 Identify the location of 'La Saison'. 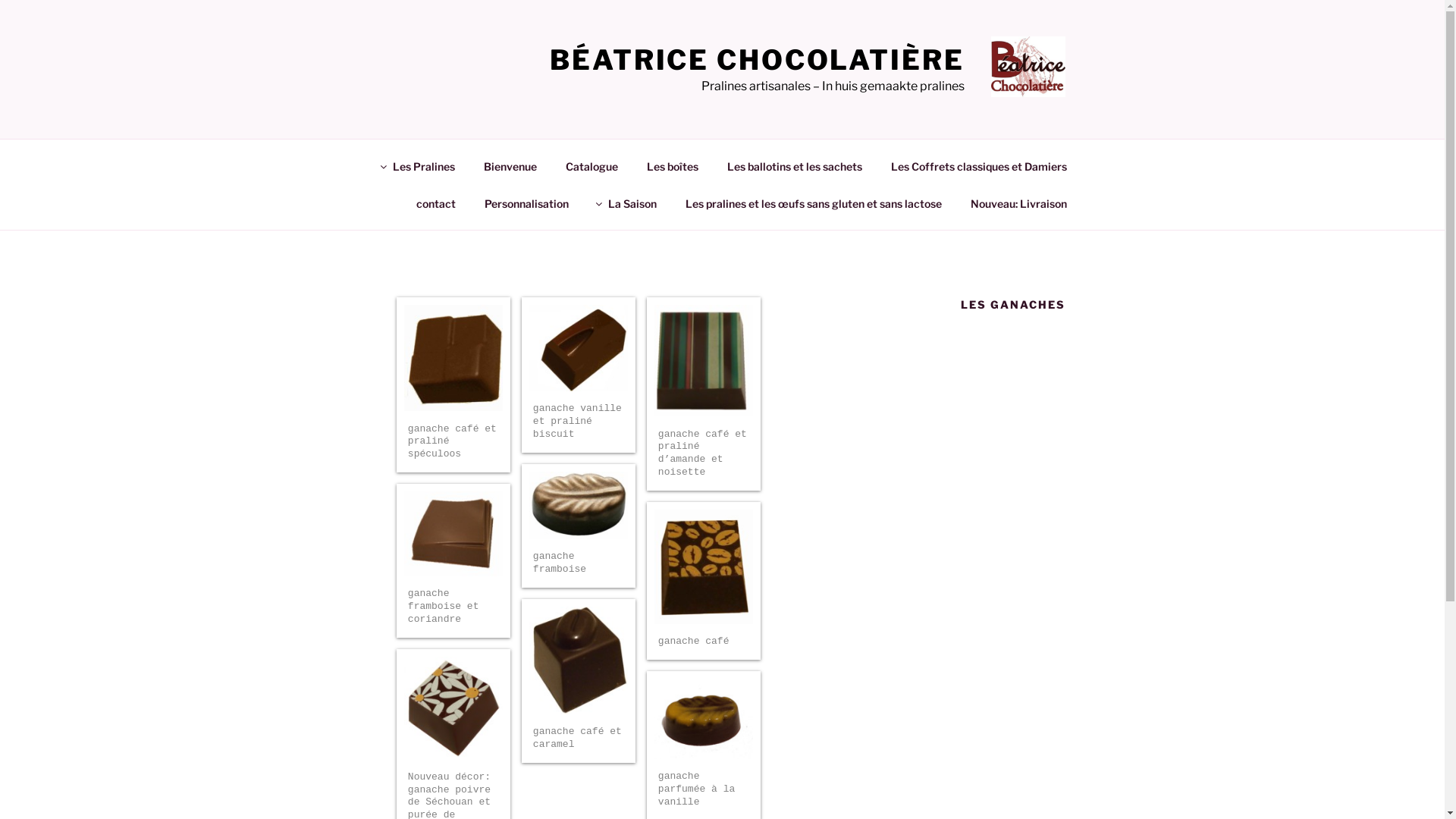
(626, 202).